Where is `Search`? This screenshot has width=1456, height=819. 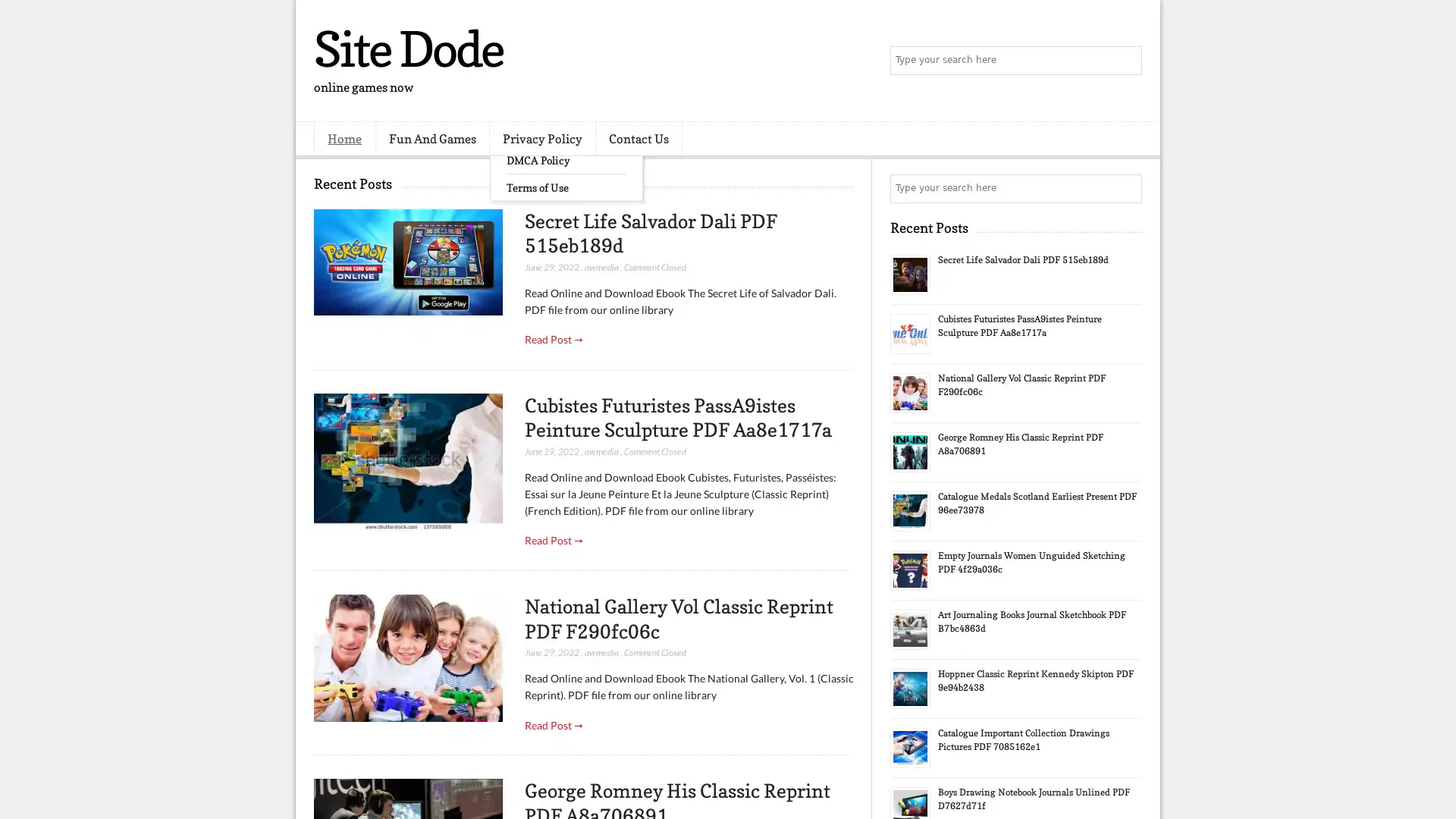 Search is located at coordinates (1126, 61).